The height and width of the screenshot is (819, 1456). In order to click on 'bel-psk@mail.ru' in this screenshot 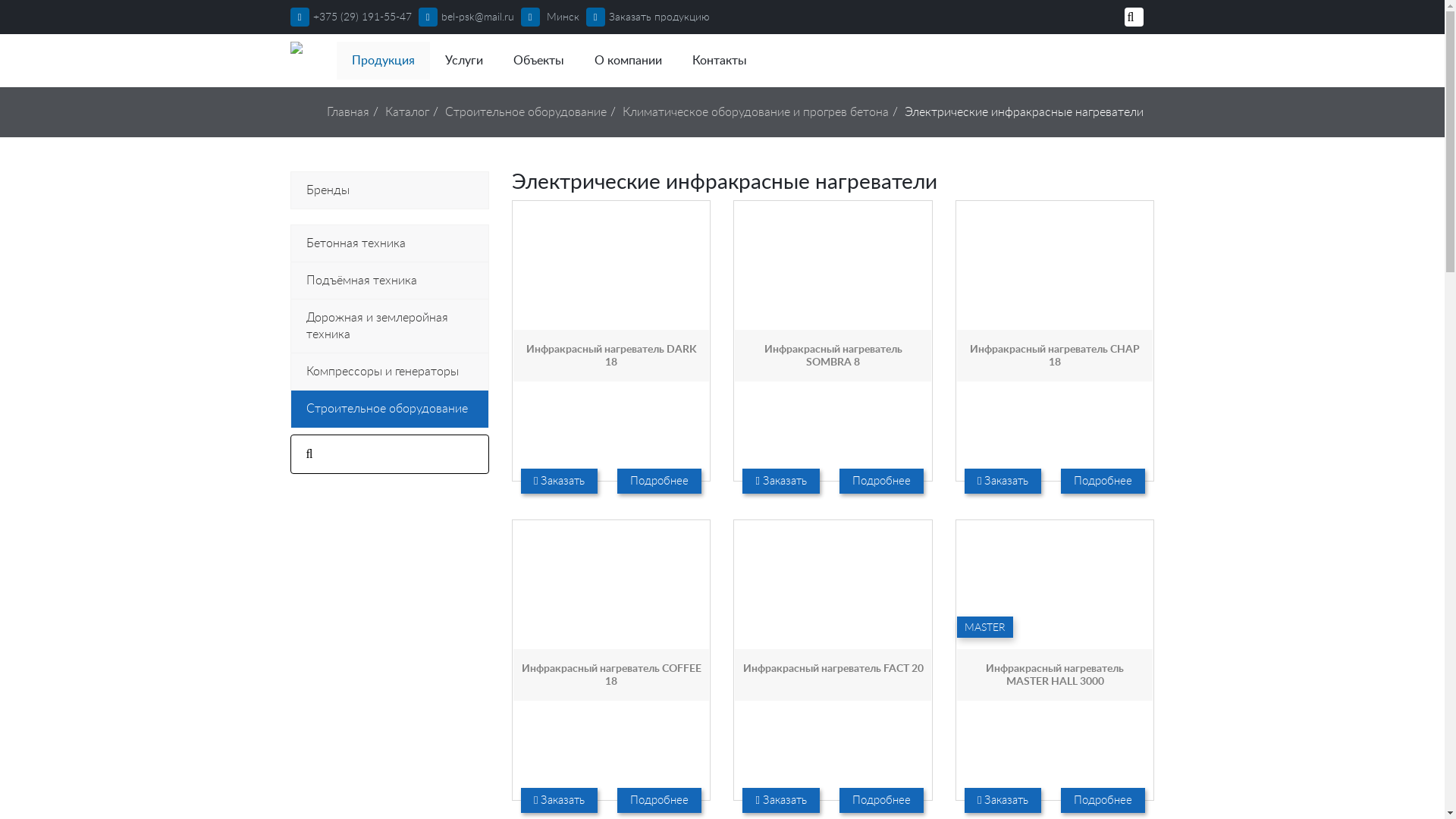, I will do `click(419, 17)`.